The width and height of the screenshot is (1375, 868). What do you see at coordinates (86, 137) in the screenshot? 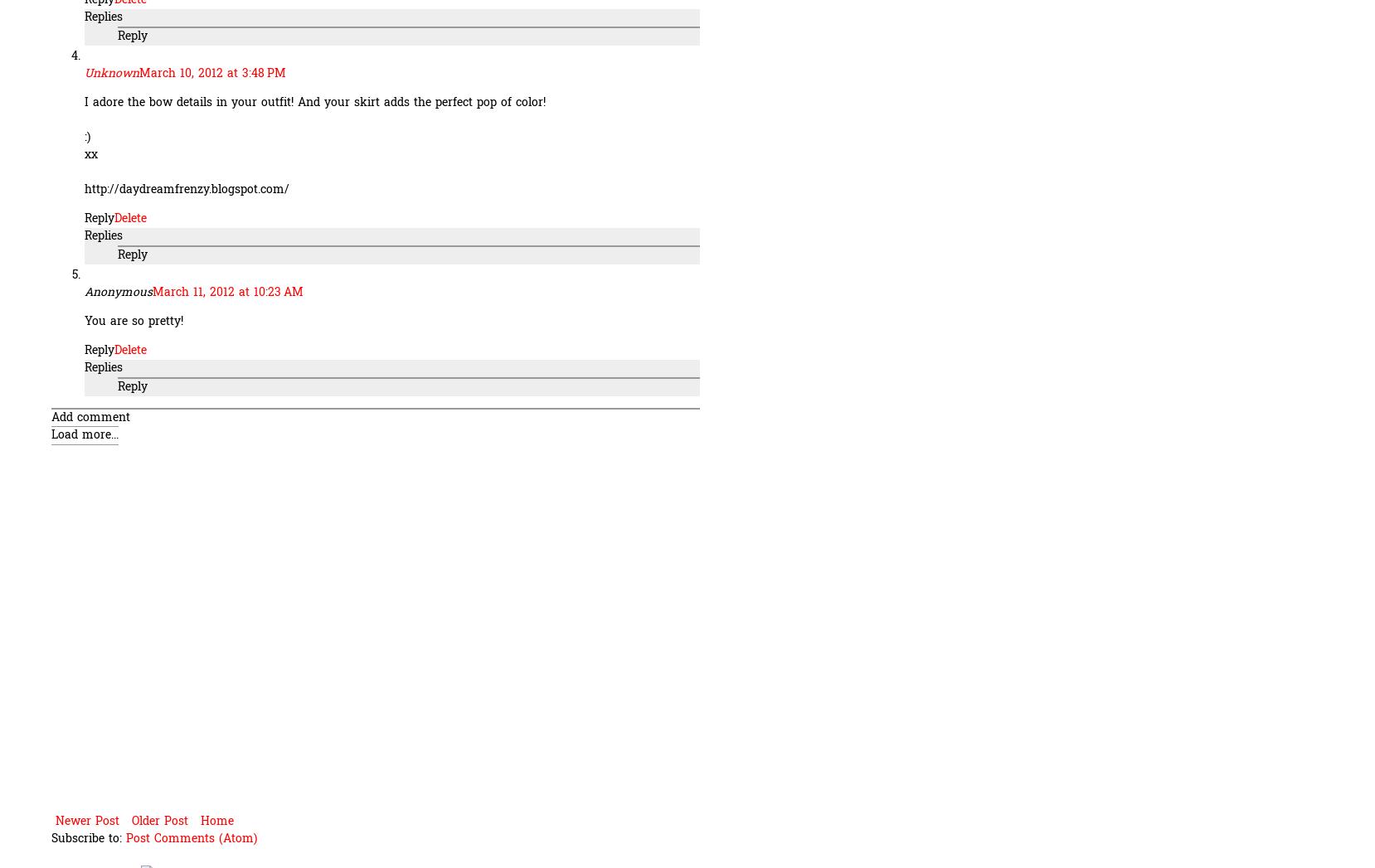
I see `':)'` at bounding box center [86, 137].